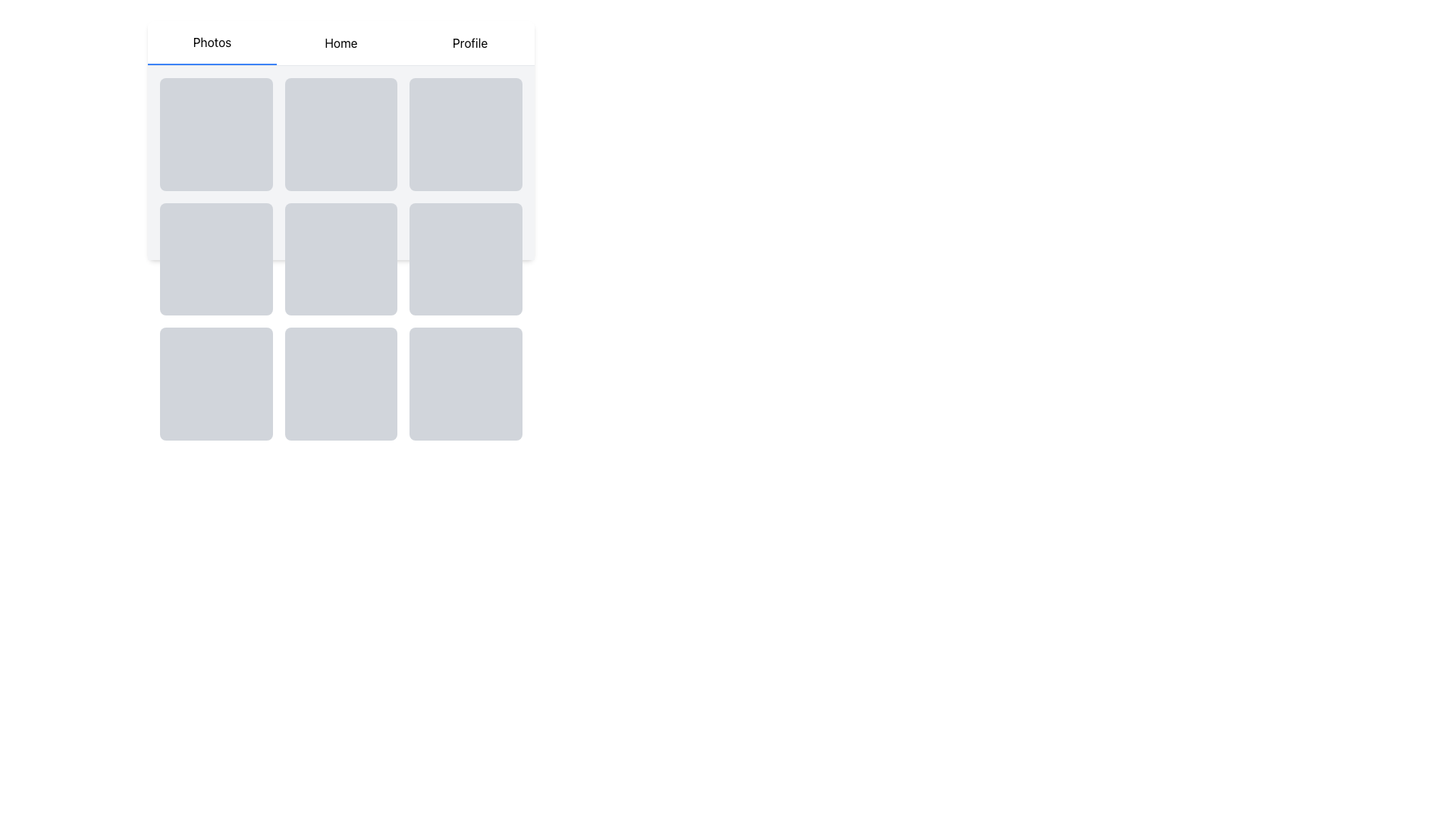  Describe the element at coordinates (340, 259) in the screenshot. I see `the central tile in the 3x3 grid layout to interact with it, if enabled` at that location.